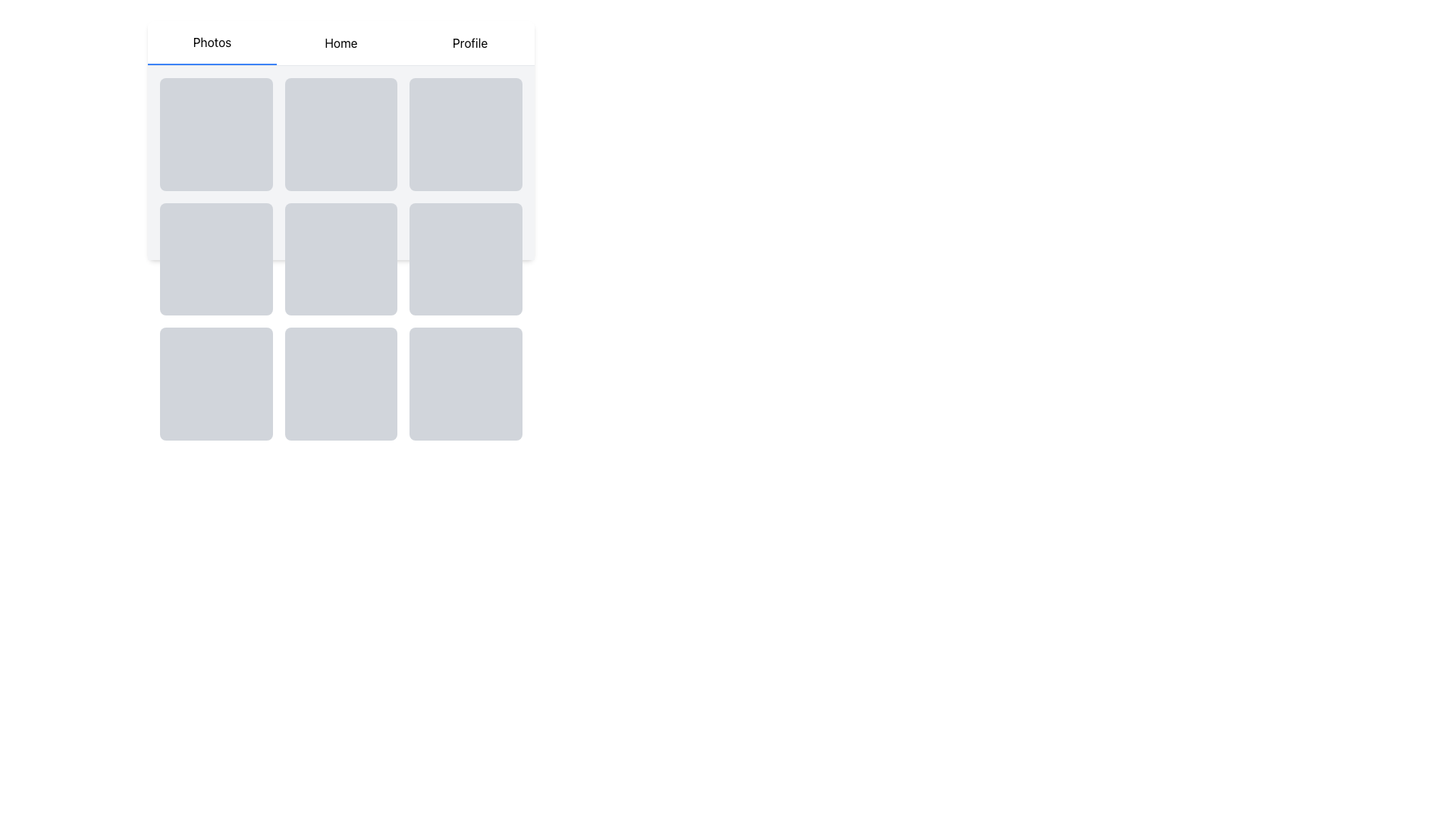  Describe the element at coordinates (340, 259) in the screenshot. I see `the central tile in the 3x3 grid layout to interact with it, if enabled` at that location.